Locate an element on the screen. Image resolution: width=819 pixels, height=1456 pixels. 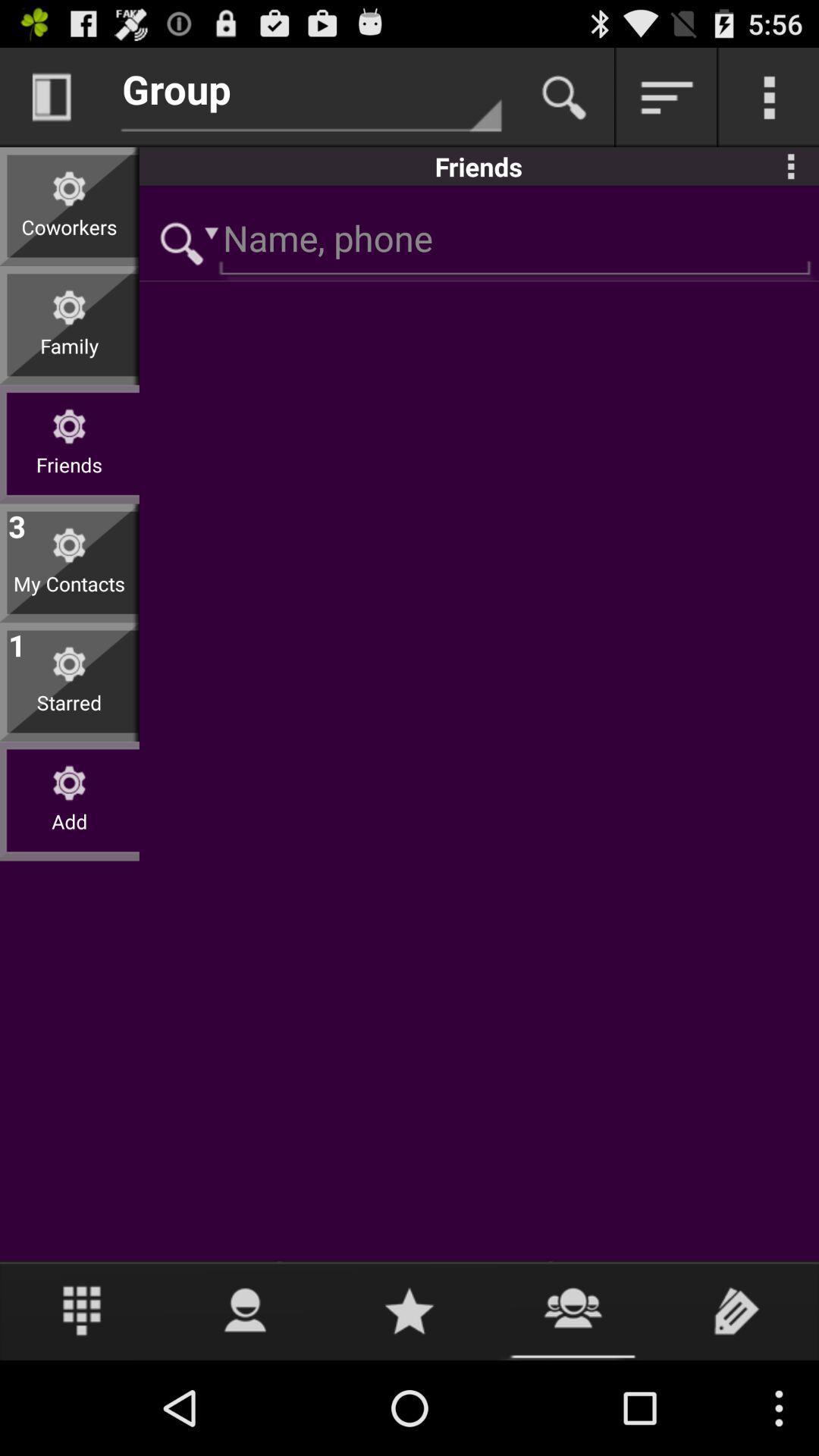
the avatar icon is located at coordinates (245, 1401).